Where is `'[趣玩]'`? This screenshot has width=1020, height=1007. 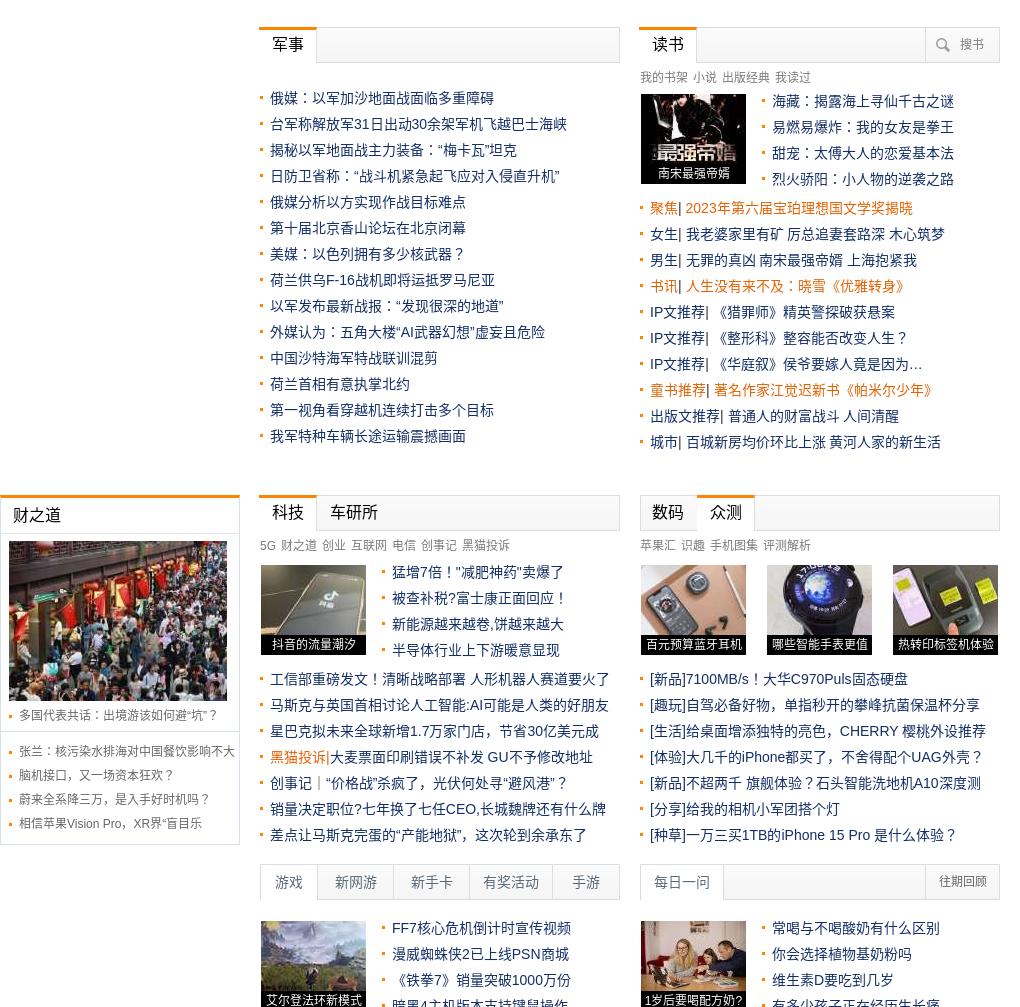
'[趣玩]' is located at coordinates (667, 704).